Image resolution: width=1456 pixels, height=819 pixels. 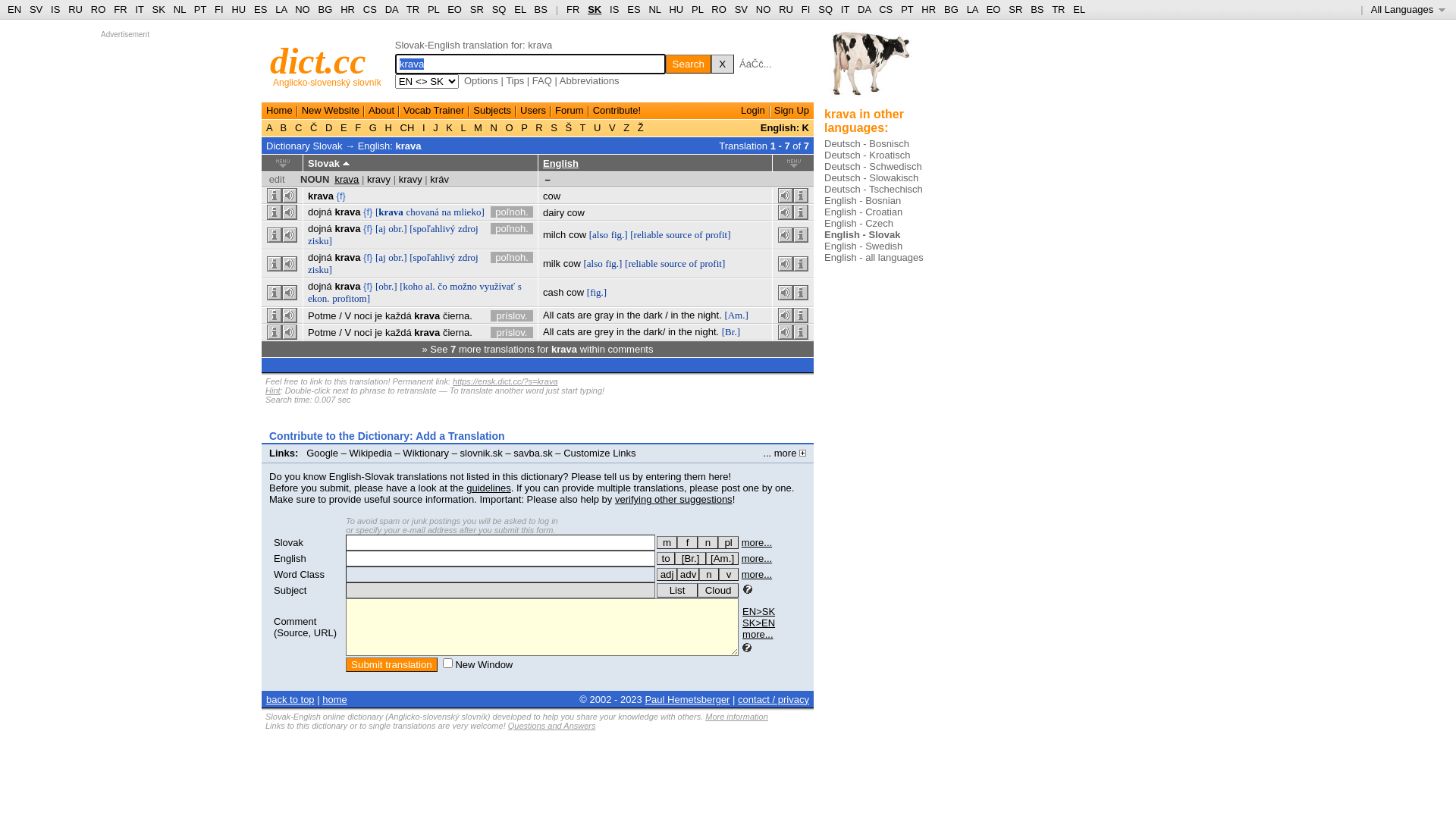 I want to click on 'English - Swedish', so click(x=823, y=245).